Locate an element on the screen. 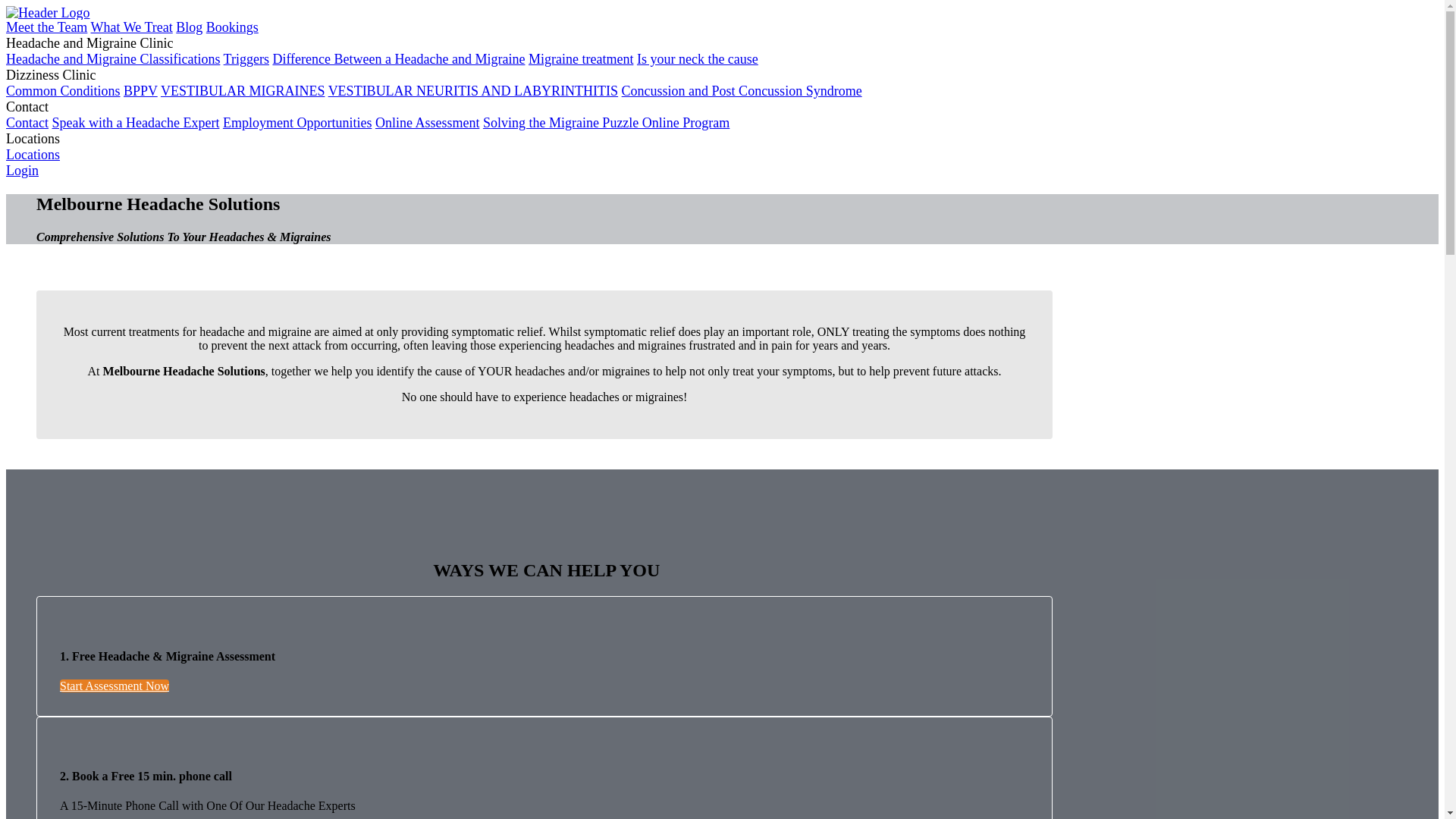 The image size is (1456, 819). 'Headache and Migraine Clinic' is located at coordinates (89, 42).